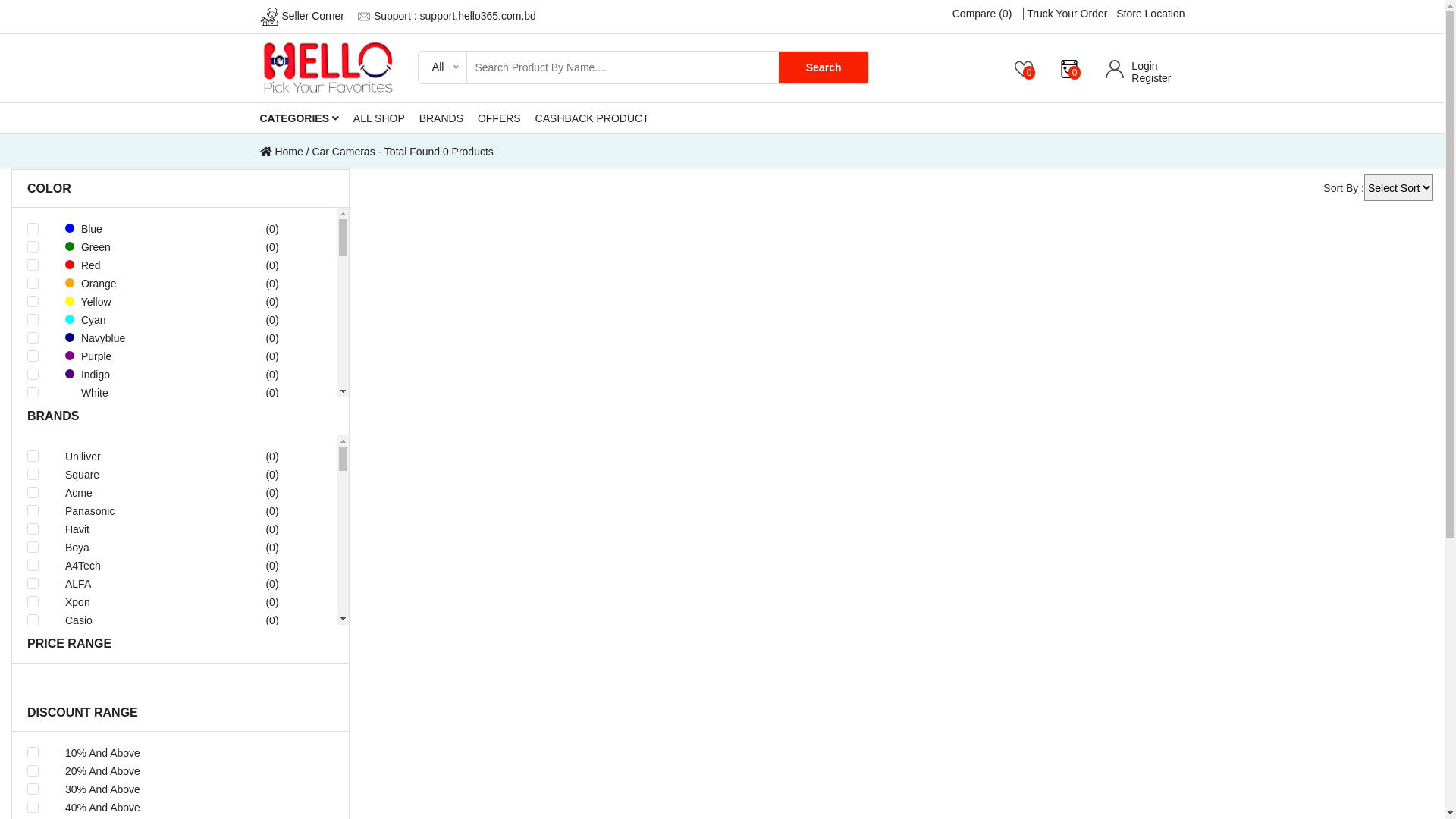 This screenshot has width=1456, height=819. Describe the element at coordinates (27, 301) in the screenshot. I see `'Yellow'` at that location.